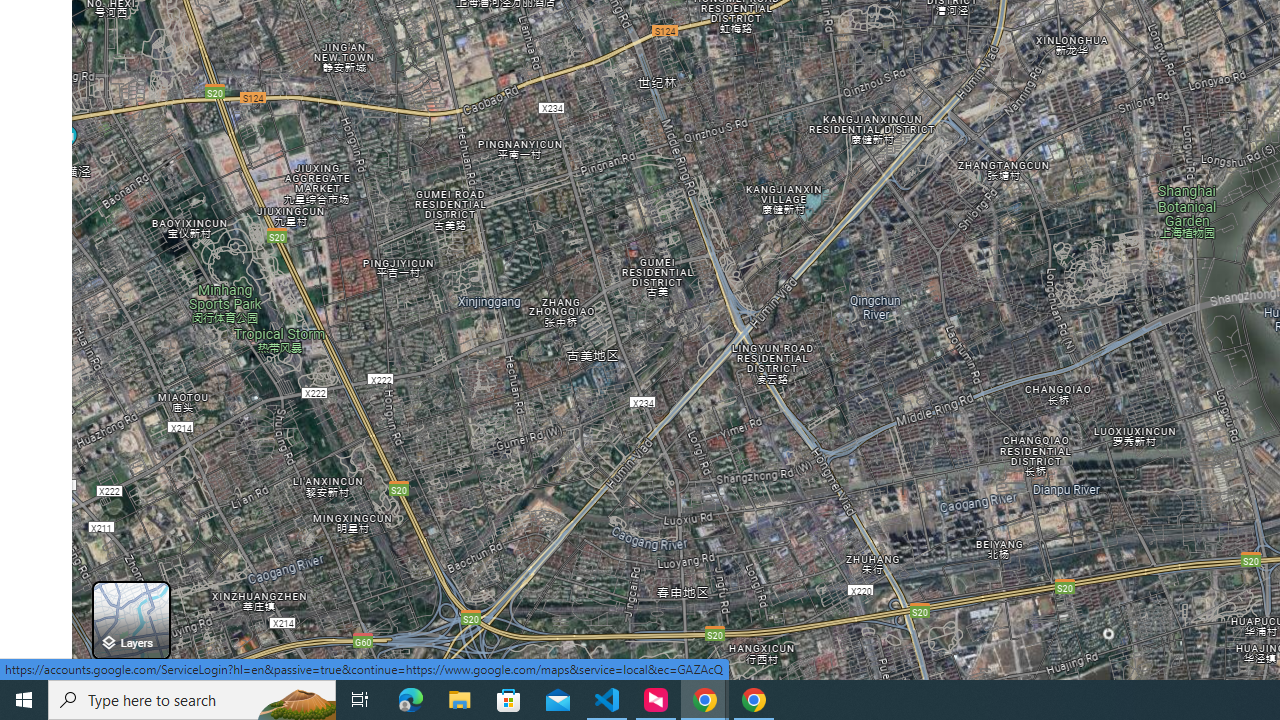 The image size is (1280, 720). Describe the element at coordinates (130, 619) in the screenshot. I see `'Layers'` at that location.